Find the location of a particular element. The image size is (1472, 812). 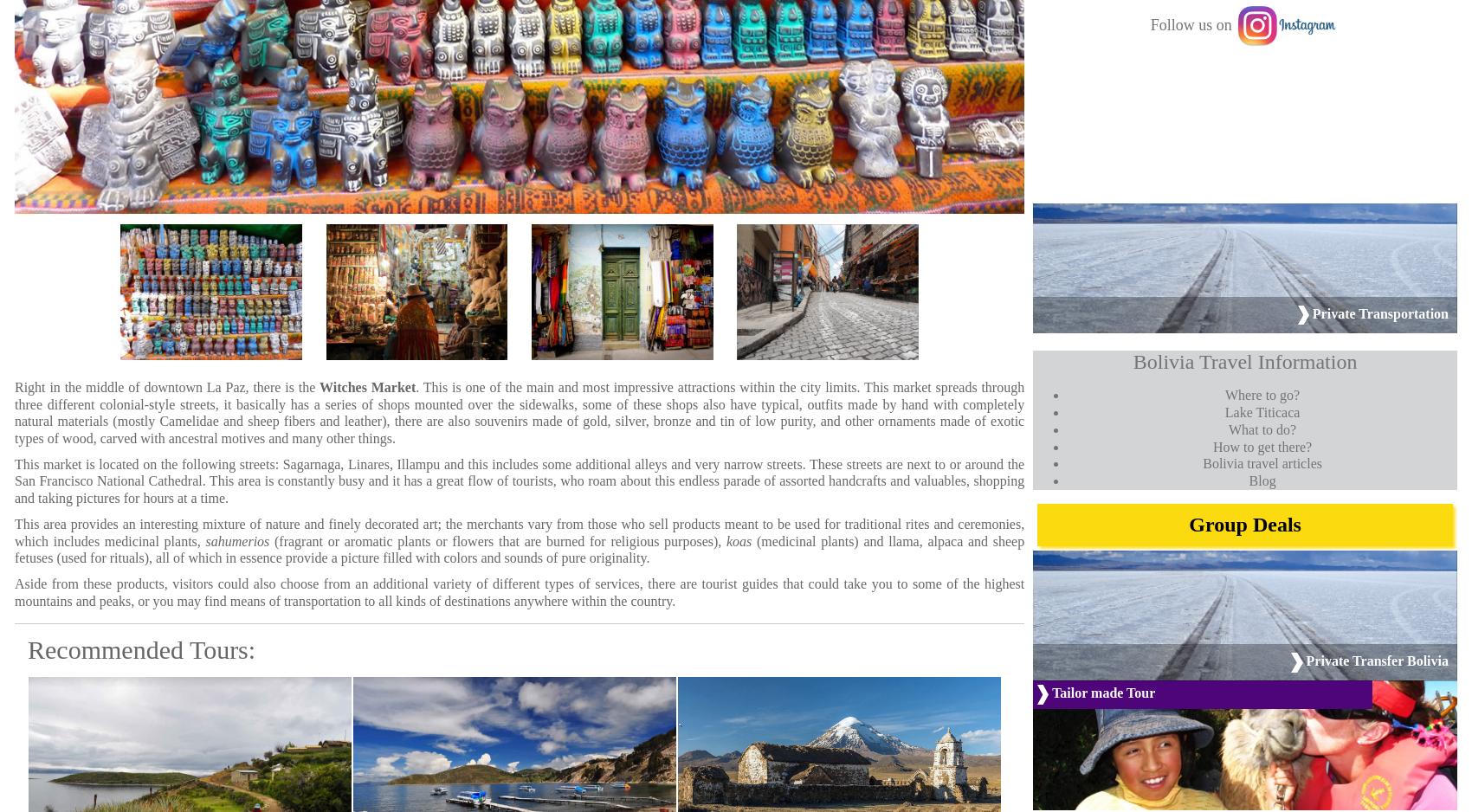

'Private Transfer Bolivia' is located at coordinates (1375, 661).